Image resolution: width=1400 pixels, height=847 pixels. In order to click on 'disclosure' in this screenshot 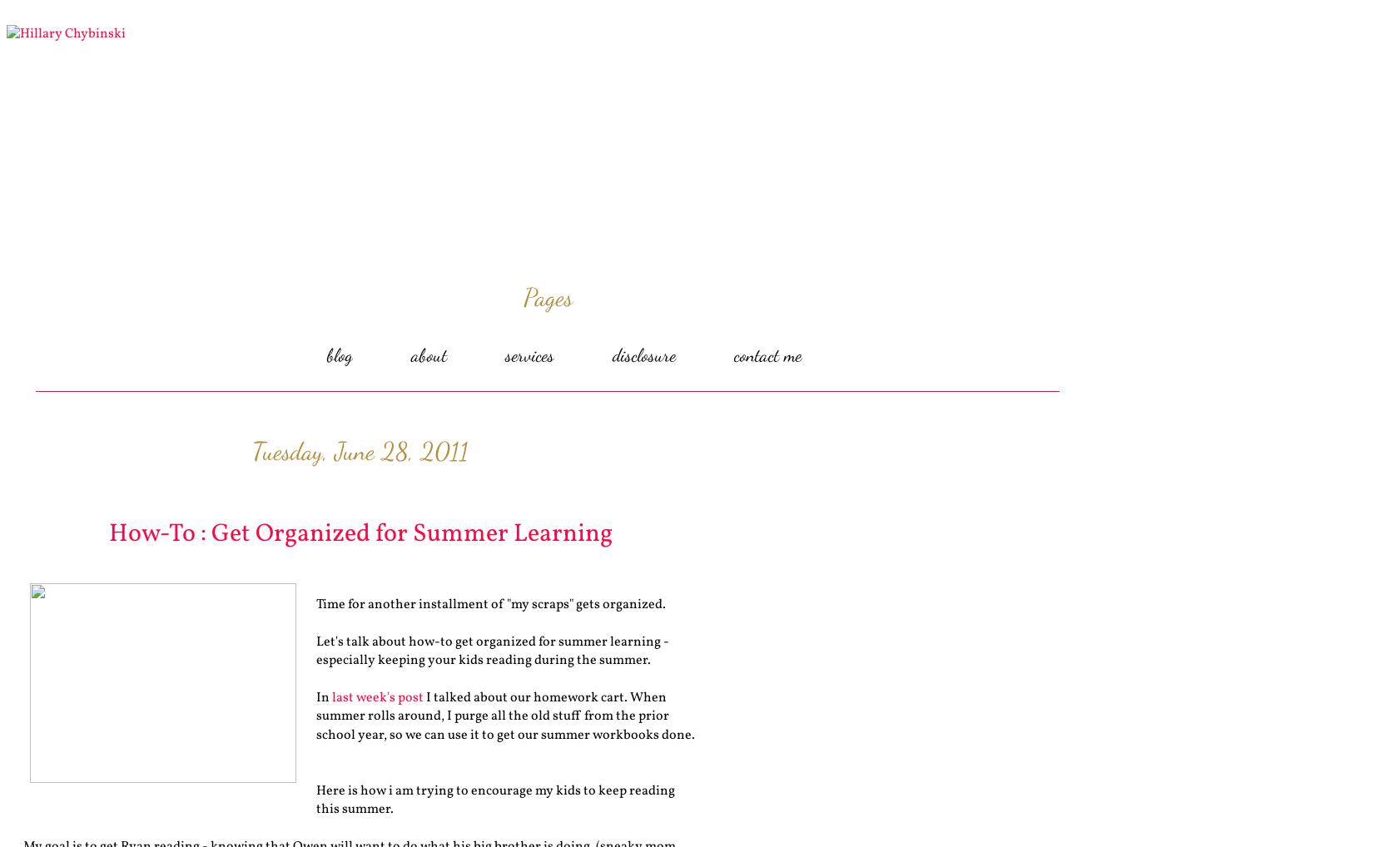, I will do `click(612, 354)`.